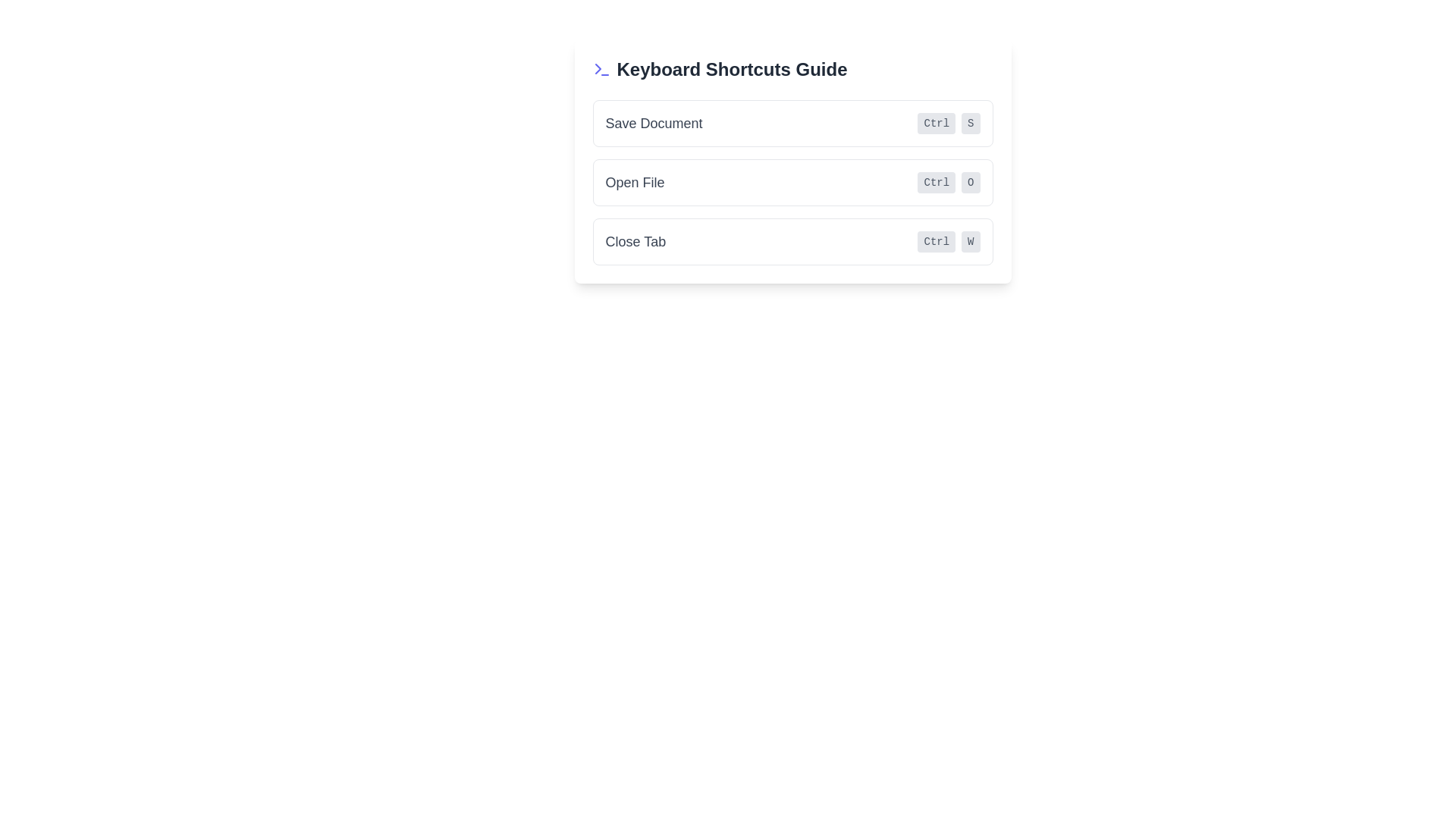  I want to click on the 'Open File' label, which displays the phrase in a medium-sized, bold, gray font and is the leftmost text in the second row of keyboard shortcuts, so click(635, 181).